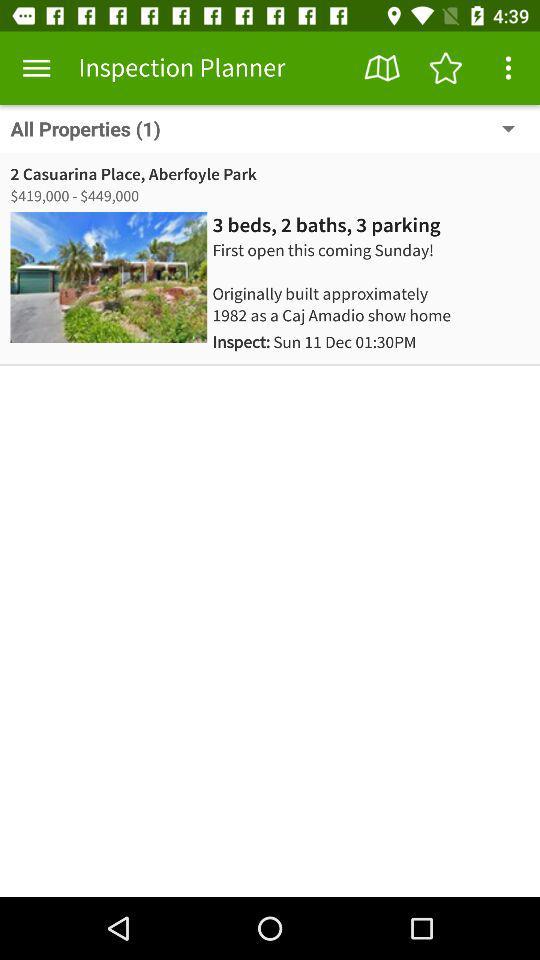 This screenshot has height=960, width=540. I want to click on the item below the first open this item, so click(314, 342).